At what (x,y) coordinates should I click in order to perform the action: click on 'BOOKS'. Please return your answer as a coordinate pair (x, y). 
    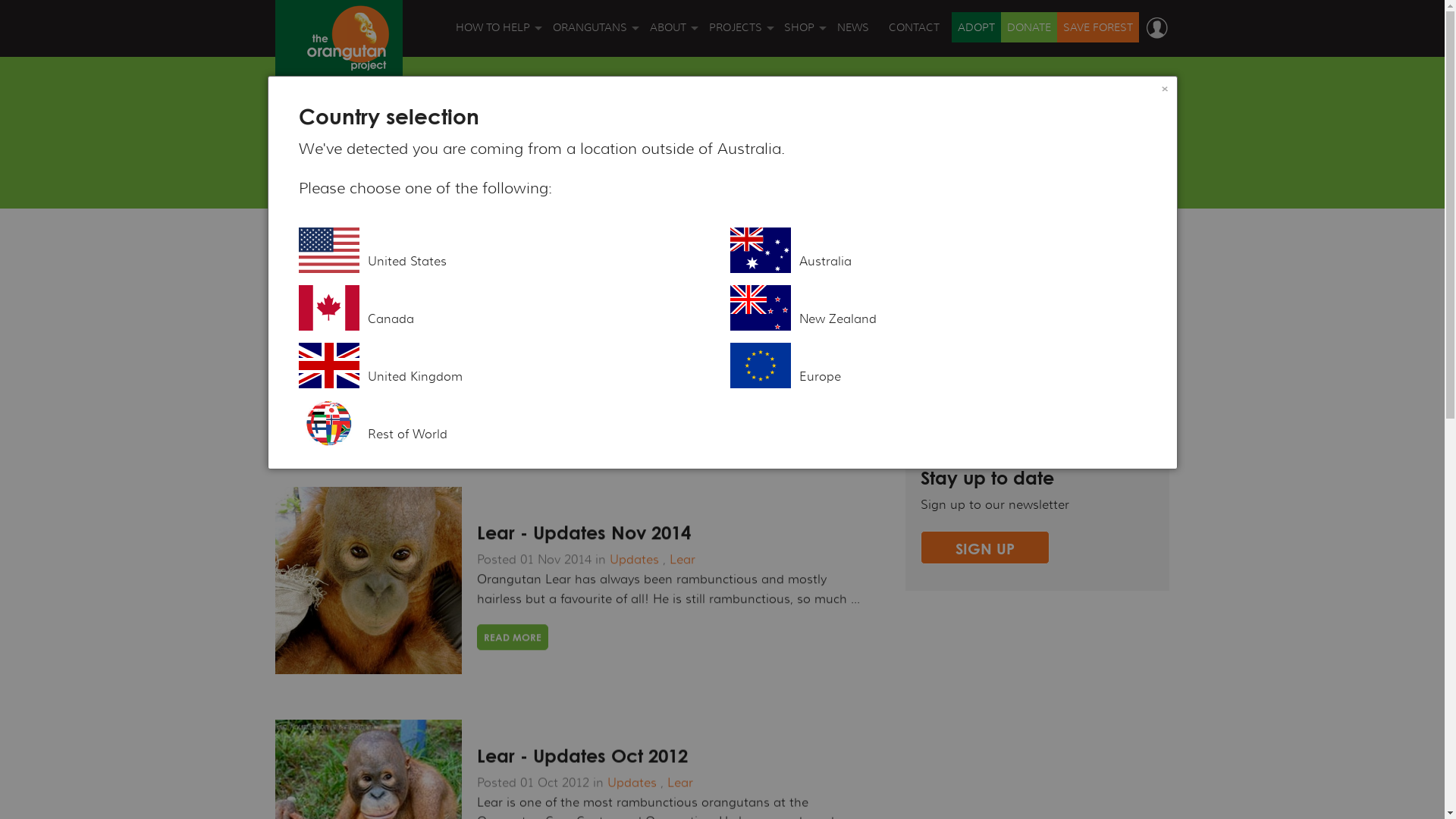
    Looking at the image, I should click on (786, 152).